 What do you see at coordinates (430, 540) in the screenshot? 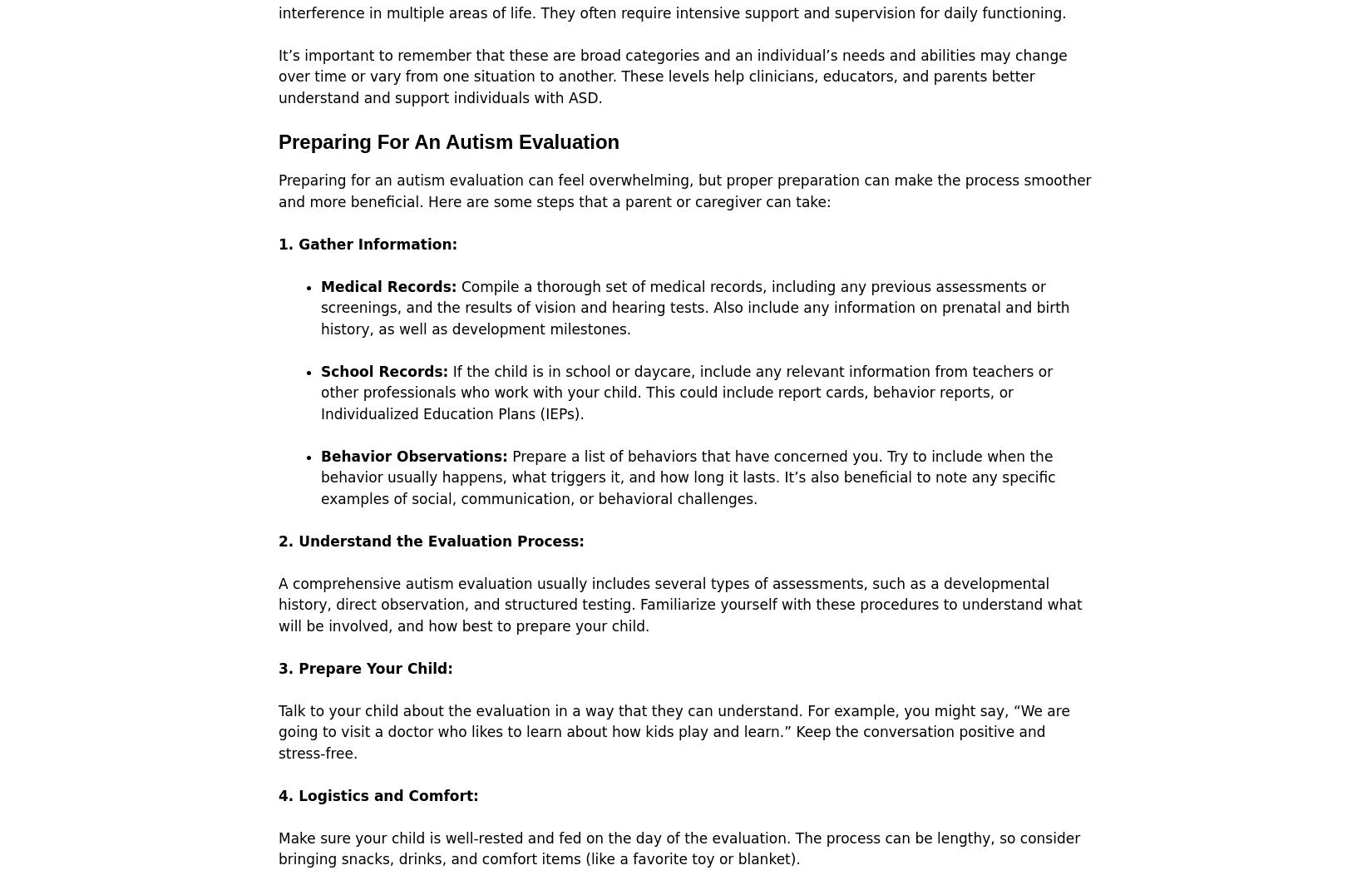
I see `'2. Understand the Evaluation Process:'` at bounding box center [430, 540].